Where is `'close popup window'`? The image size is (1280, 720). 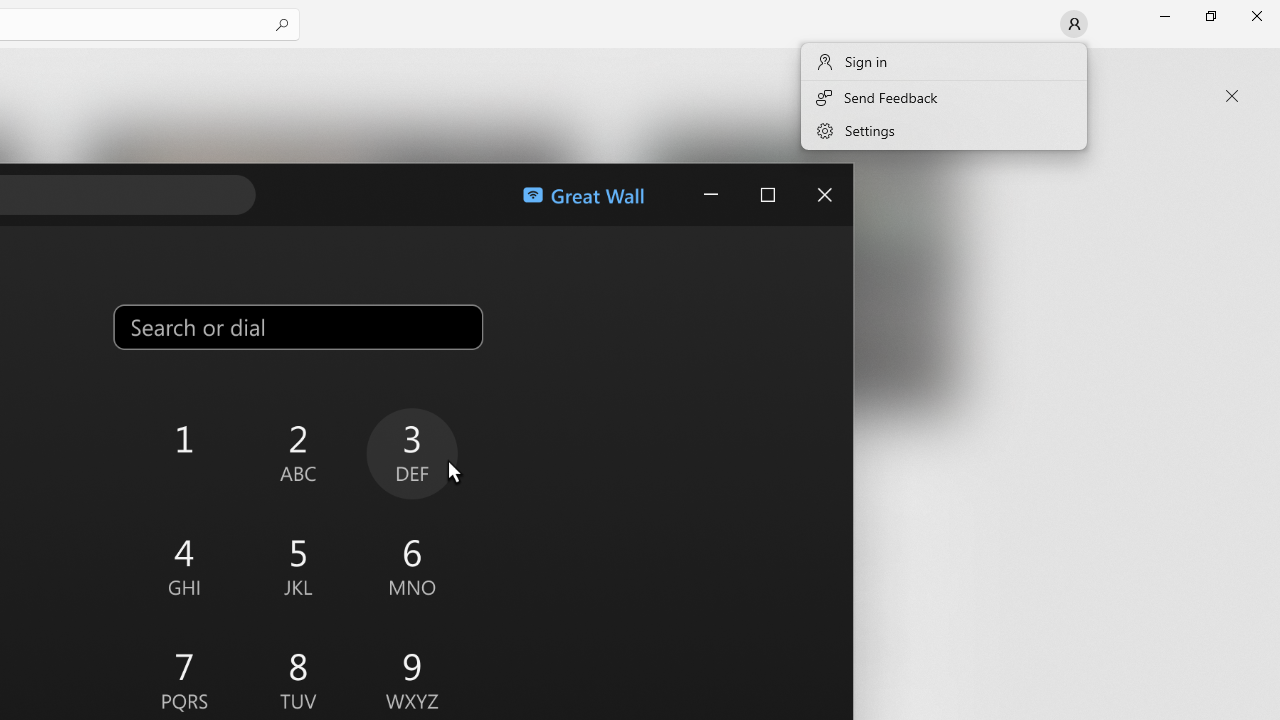
'close popup window' is located at coordinates (1231, 96).